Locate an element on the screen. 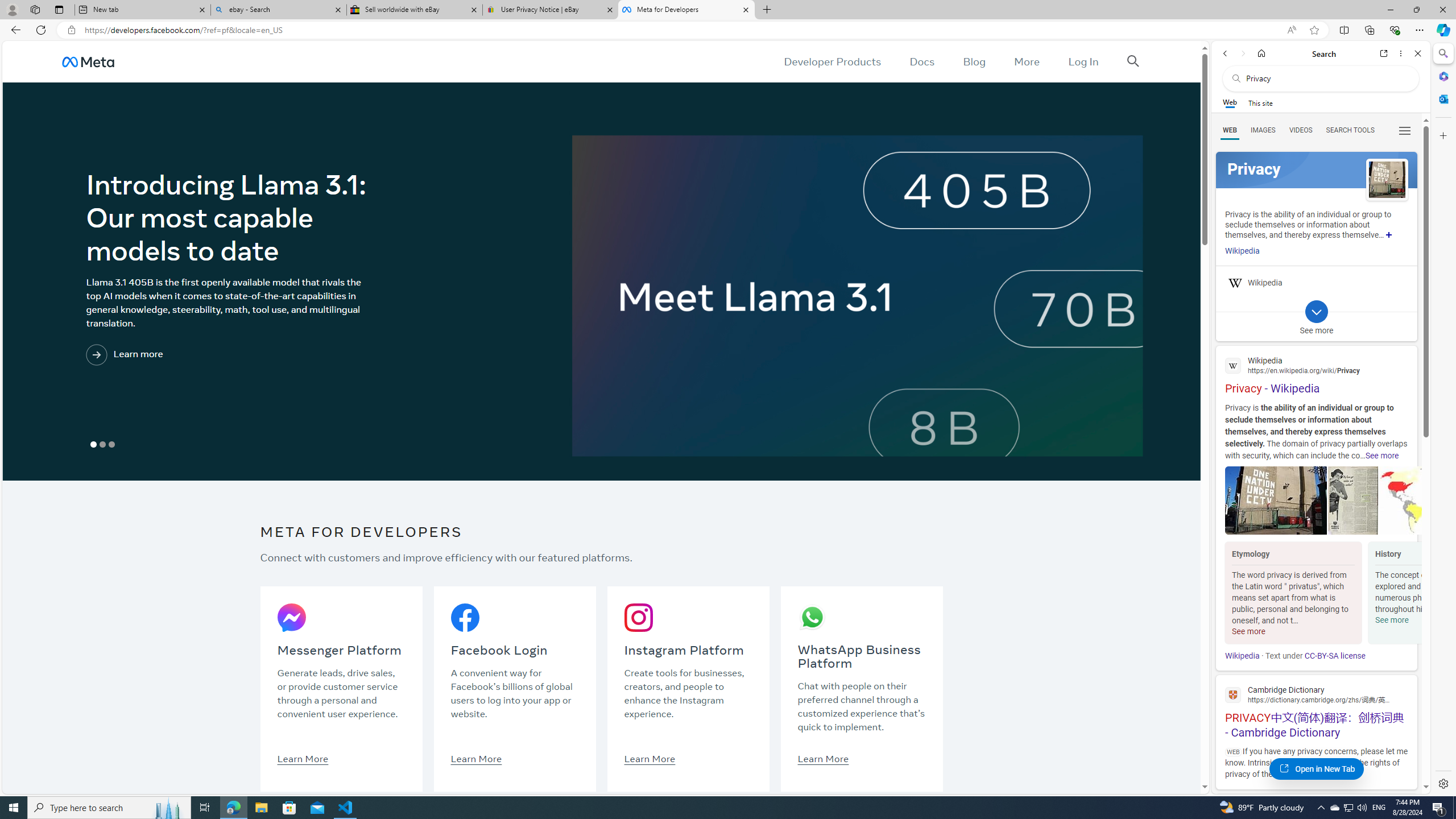 The image size is (1456, 819). 'Meta for Developers' is located at coordinates (685, 9).